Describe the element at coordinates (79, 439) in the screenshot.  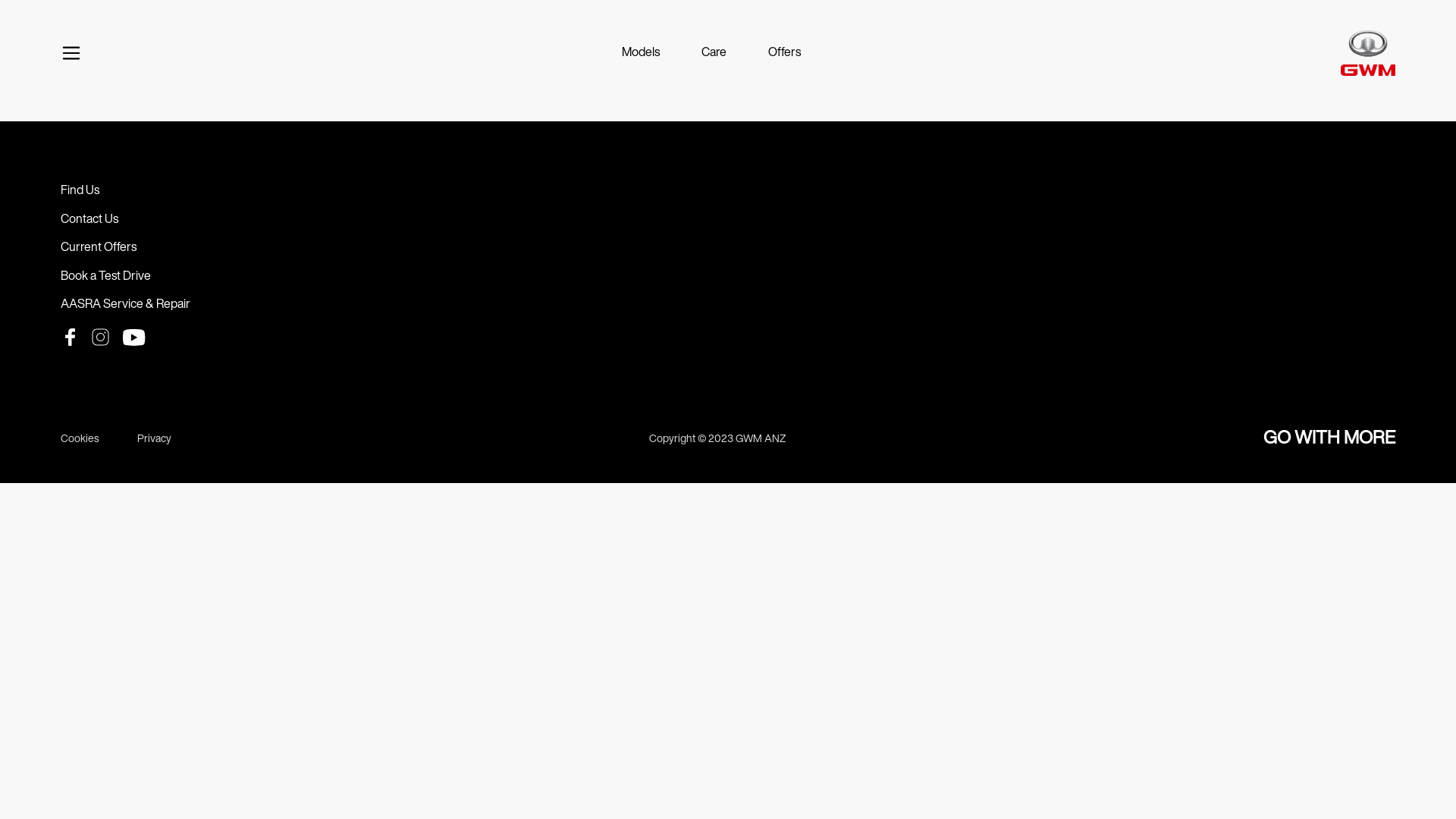
I see `'Cookies'` at that location.